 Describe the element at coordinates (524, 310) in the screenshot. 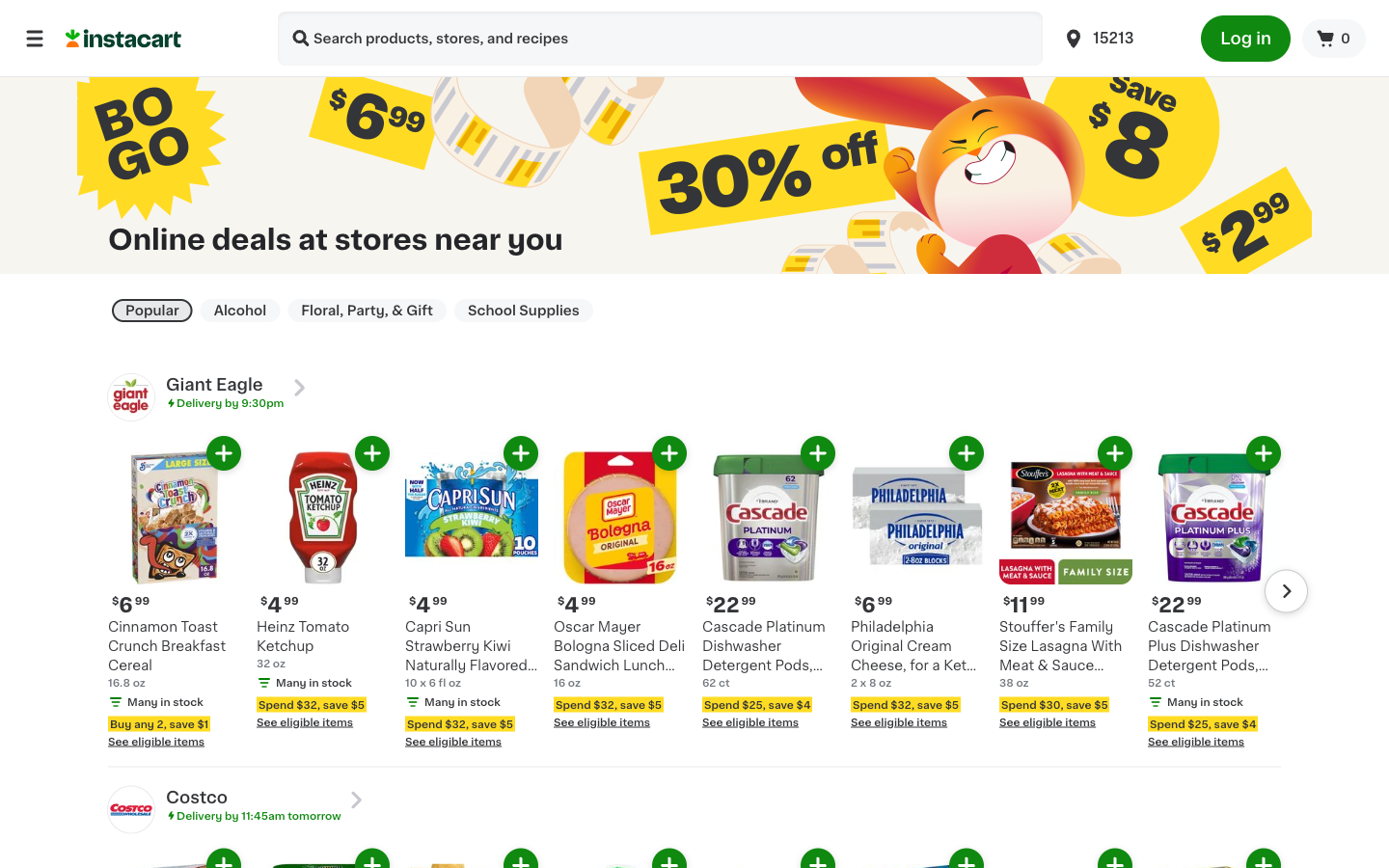

I see `Show me all product coming in School Supplies` at that location.